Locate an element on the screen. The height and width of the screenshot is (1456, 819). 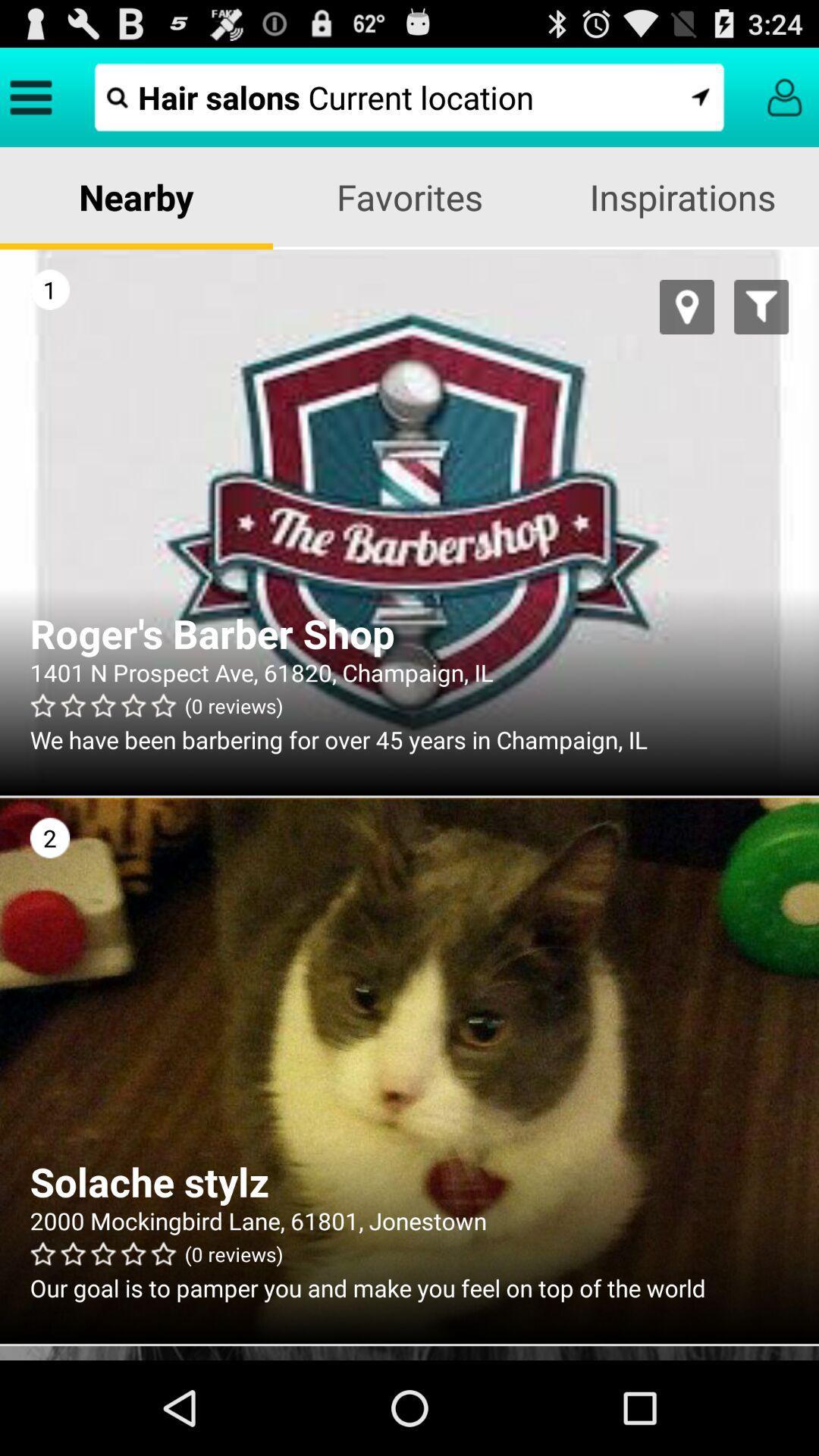
icon to the left of favorites is located at coordinates (136, 196).